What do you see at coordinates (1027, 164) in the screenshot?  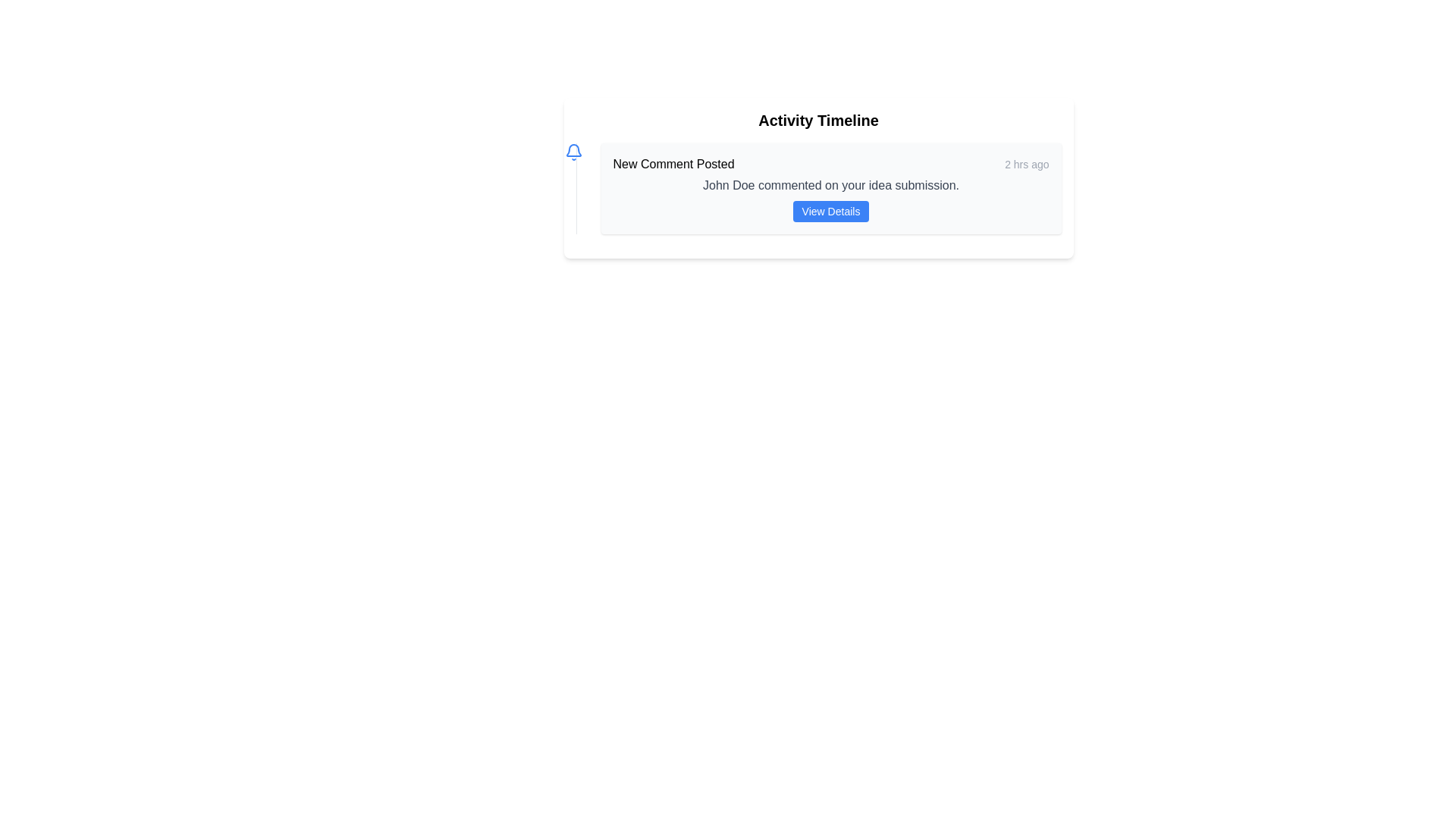 I see `the text label displaying '2 hrs ago', which is styled in light gray and positioned on the right side of the notification card` at bounding box center [1027, 164].